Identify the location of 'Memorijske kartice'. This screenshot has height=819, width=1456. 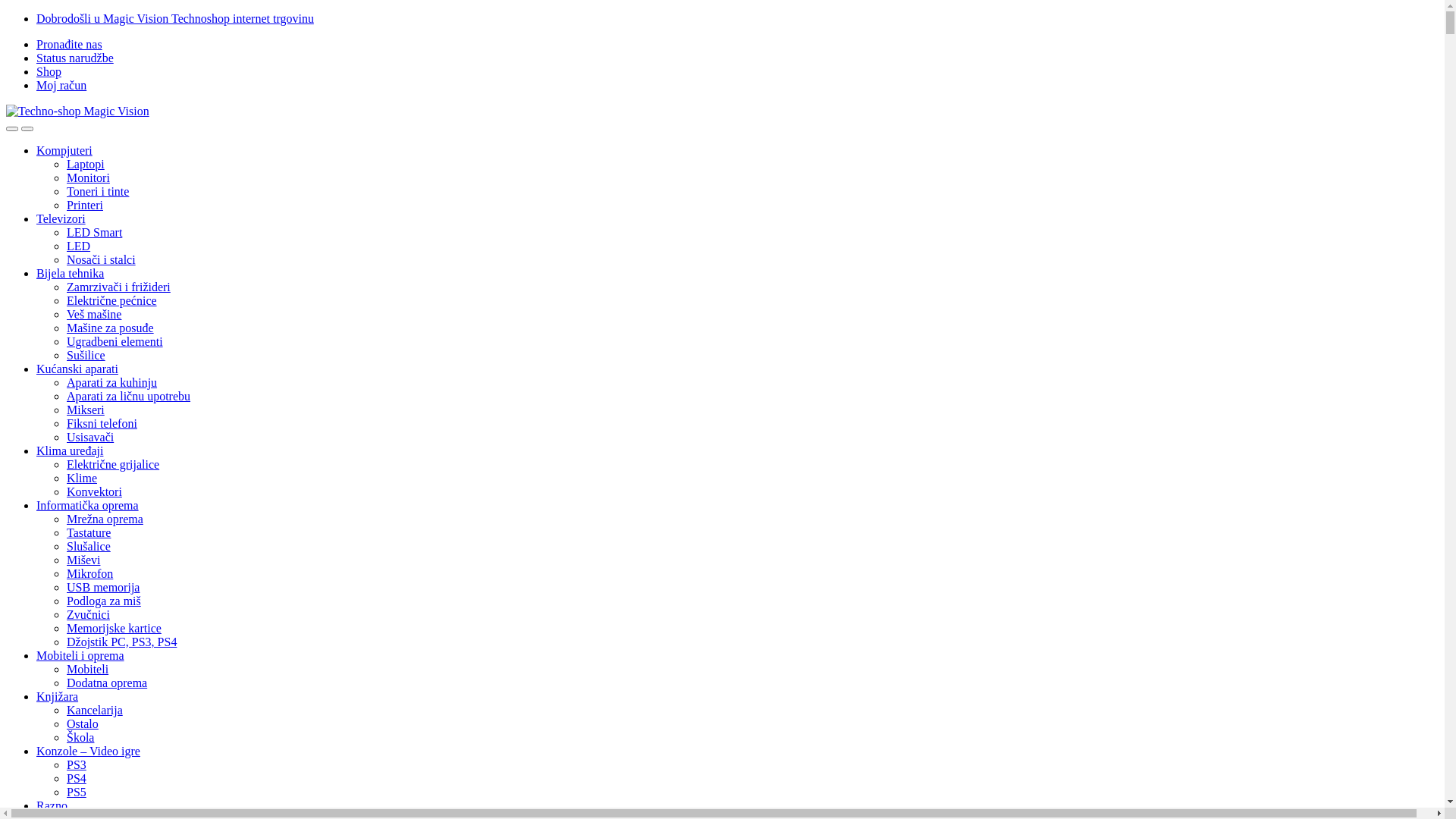
(65, 628).